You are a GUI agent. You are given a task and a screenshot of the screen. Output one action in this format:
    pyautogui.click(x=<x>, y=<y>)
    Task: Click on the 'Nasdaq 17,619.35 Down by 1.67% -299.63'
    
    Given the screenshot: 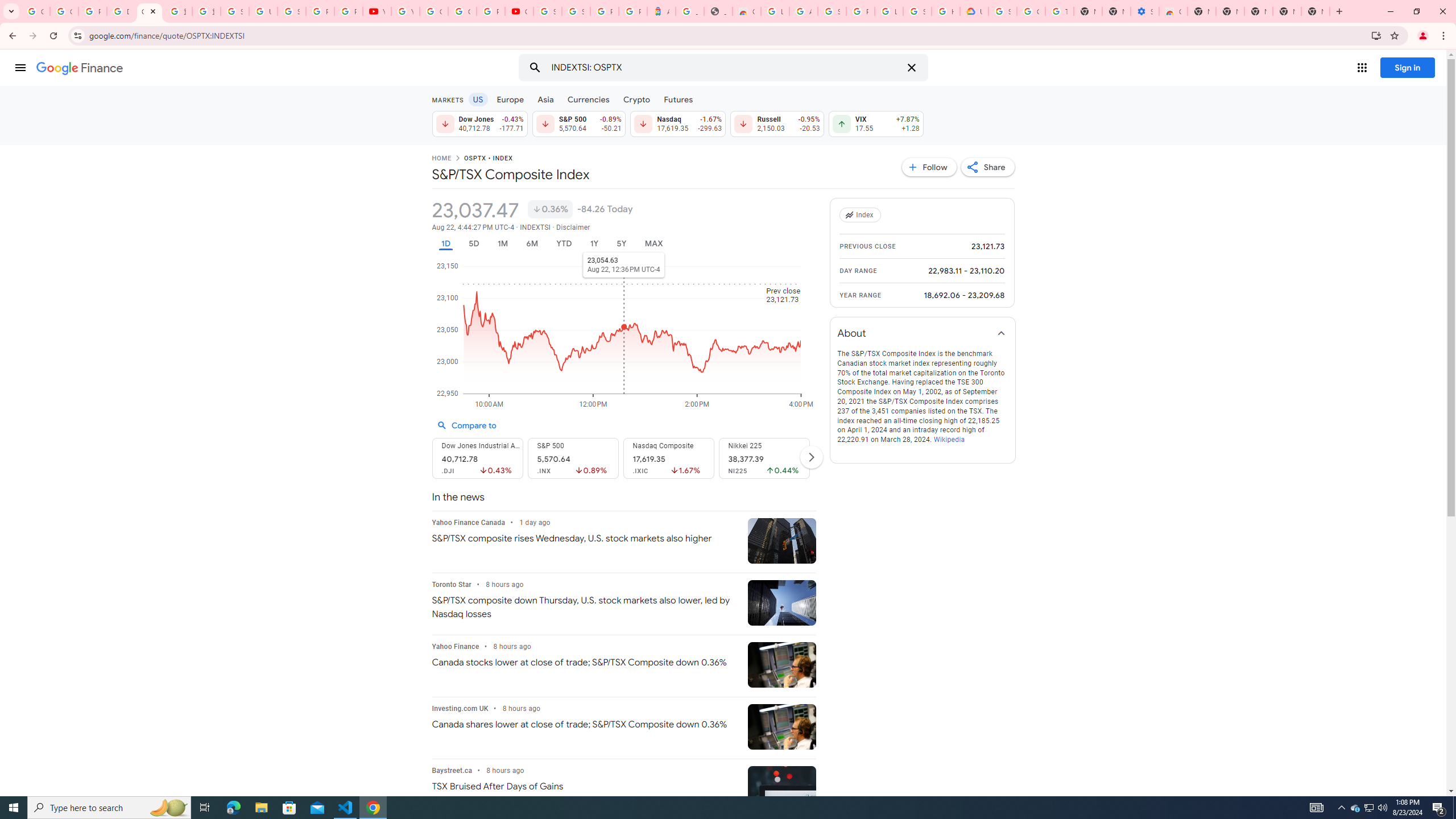 What is the action you would take?
    pyautogui.click(x=677, y=123)
    